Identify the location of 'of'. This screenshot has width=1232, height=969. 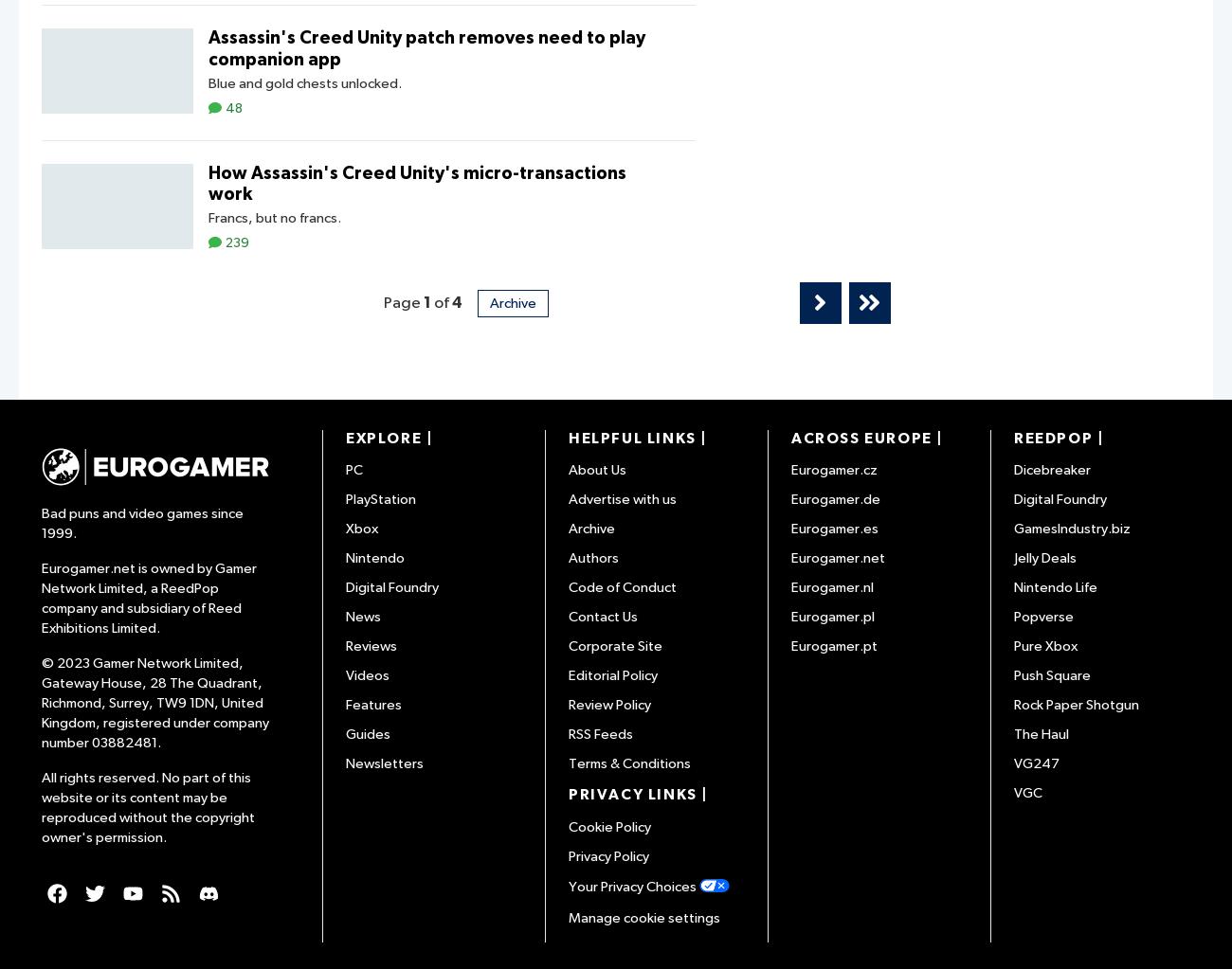
(441, 302).